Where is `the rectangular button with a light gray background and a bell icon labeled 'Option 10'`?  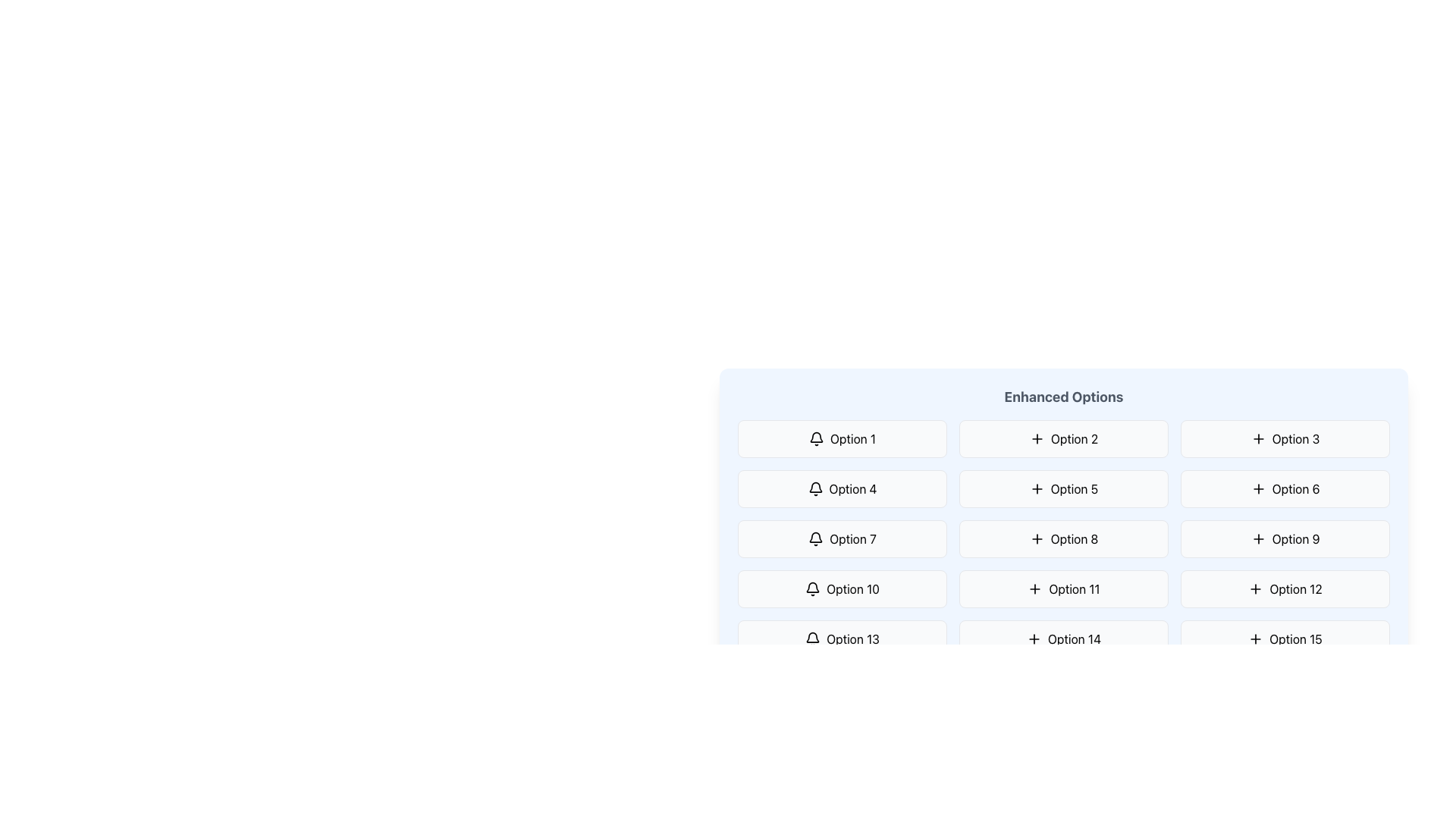 the rectangular button with a light gray background and a bell icon labeled 'Option 10' is located at coordinates (841, 588).